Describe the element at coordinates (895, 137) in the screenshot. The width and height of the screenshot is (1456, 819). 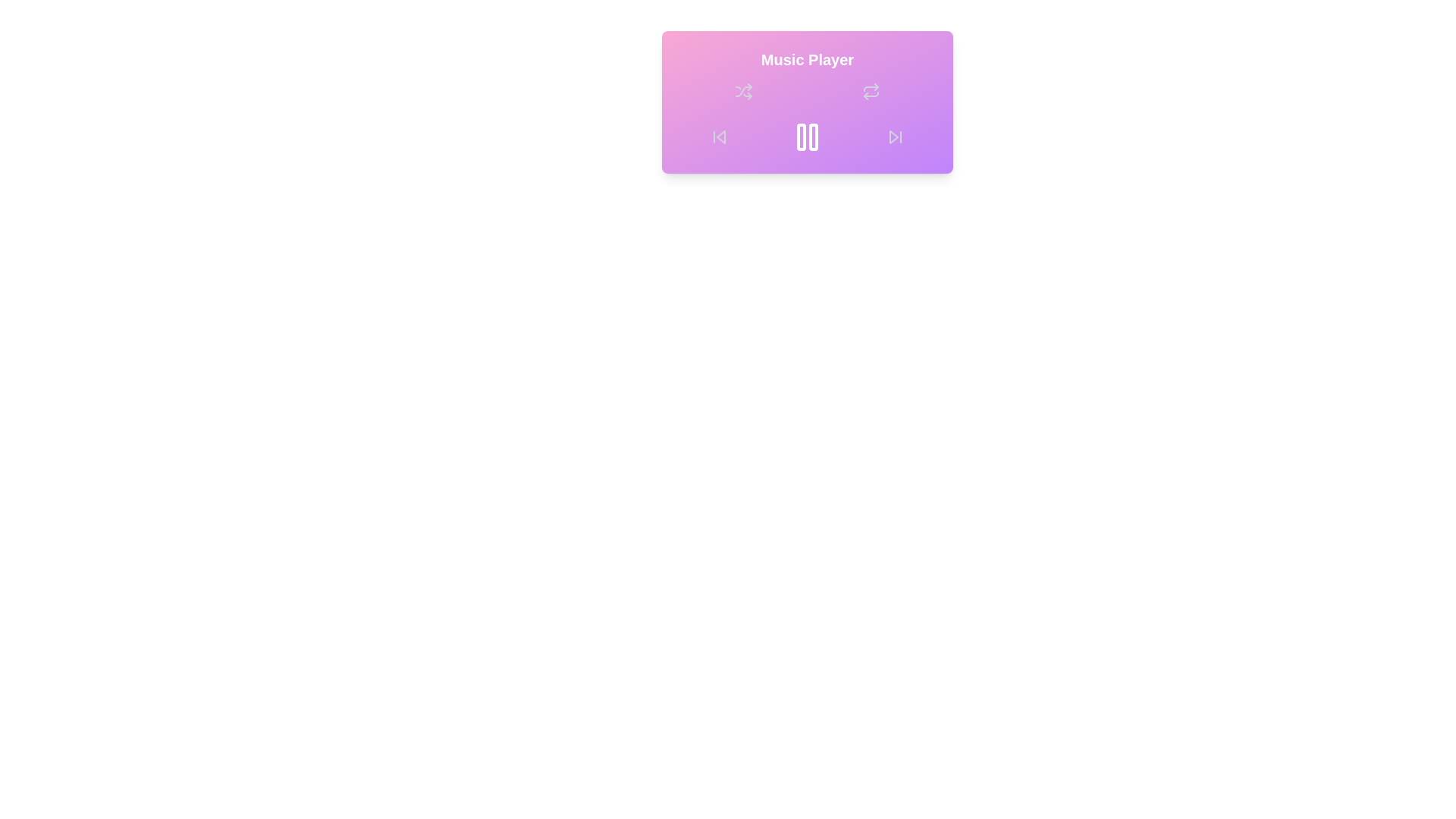
I see `the 'Skip Forward' button to skip to the next track` at that location.